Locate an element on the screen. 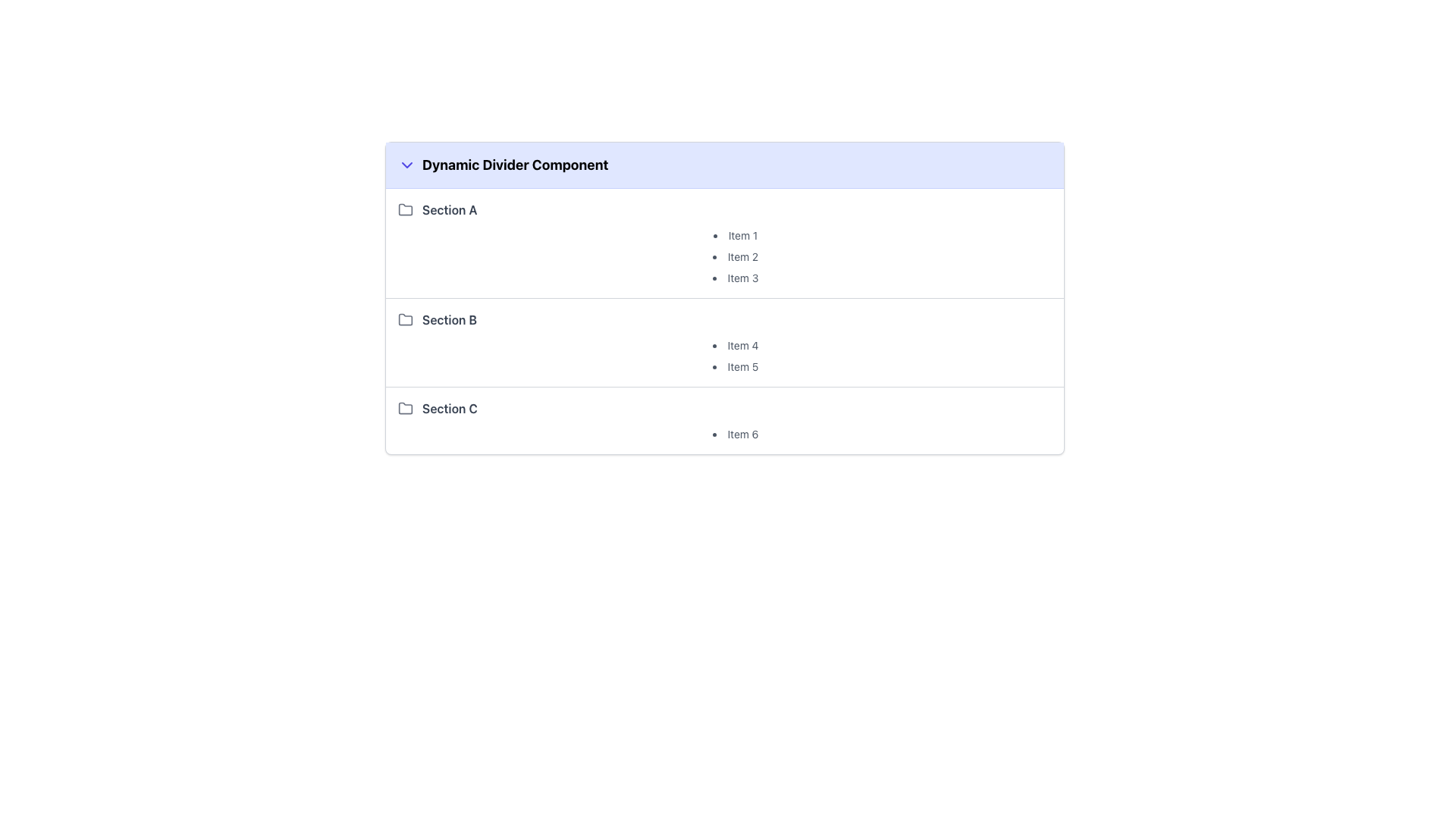  the small folder-shaped icon located at the far-left side of the row labeled 'Section C', which is styled in gray line art is located at coordinates (405, 408).